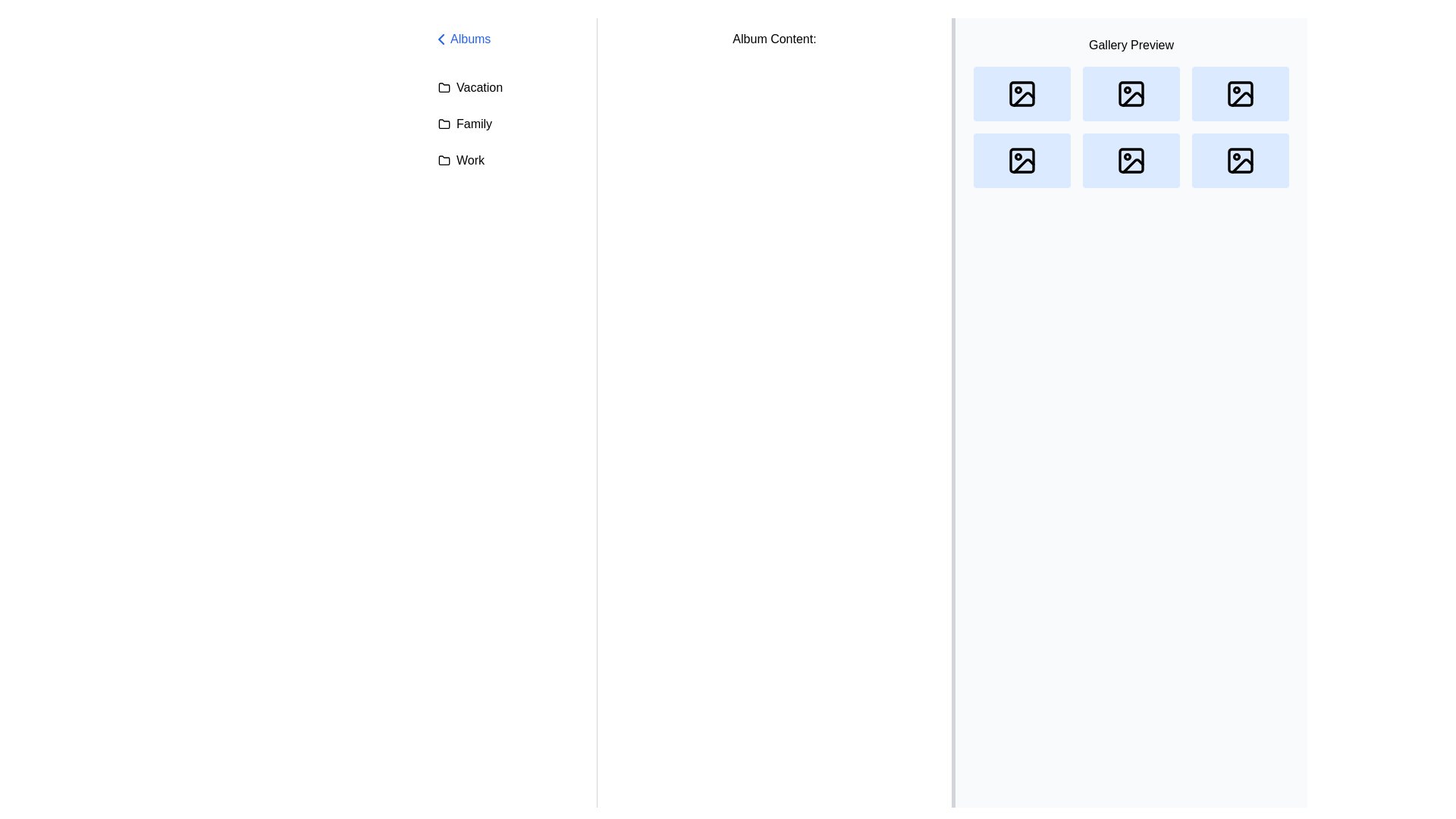 This screenshot has height=819, width=1456. Describe the element at coordinates (508, 161) in the screenshot. I see `the 'Work' category entry in the left-side navigation pane` at that location.